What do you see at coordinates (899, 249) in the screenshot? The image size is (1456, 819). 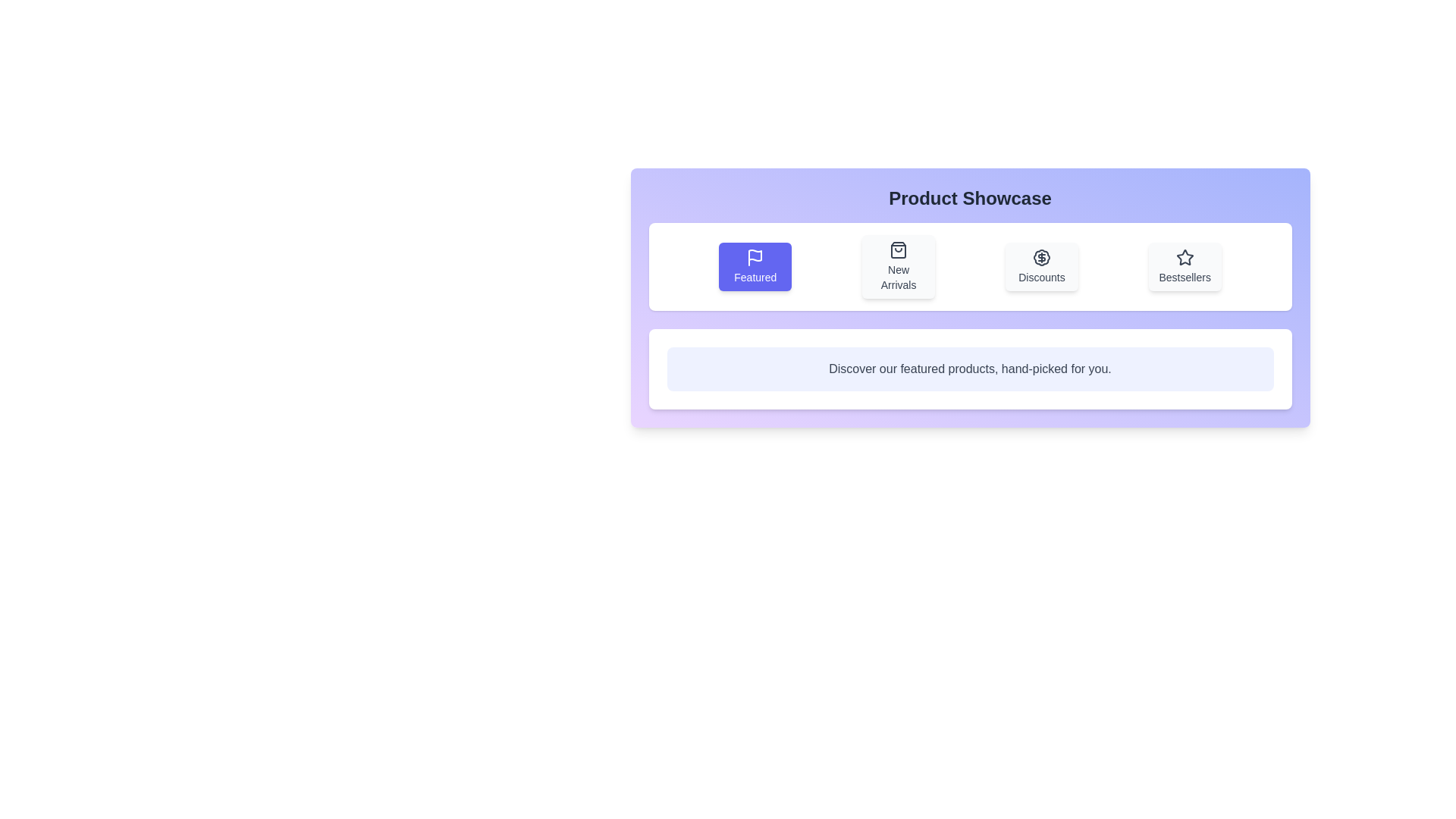 I see `the 'New Arrivals' icon in the navigation bar` at bounding box center [899, 249].